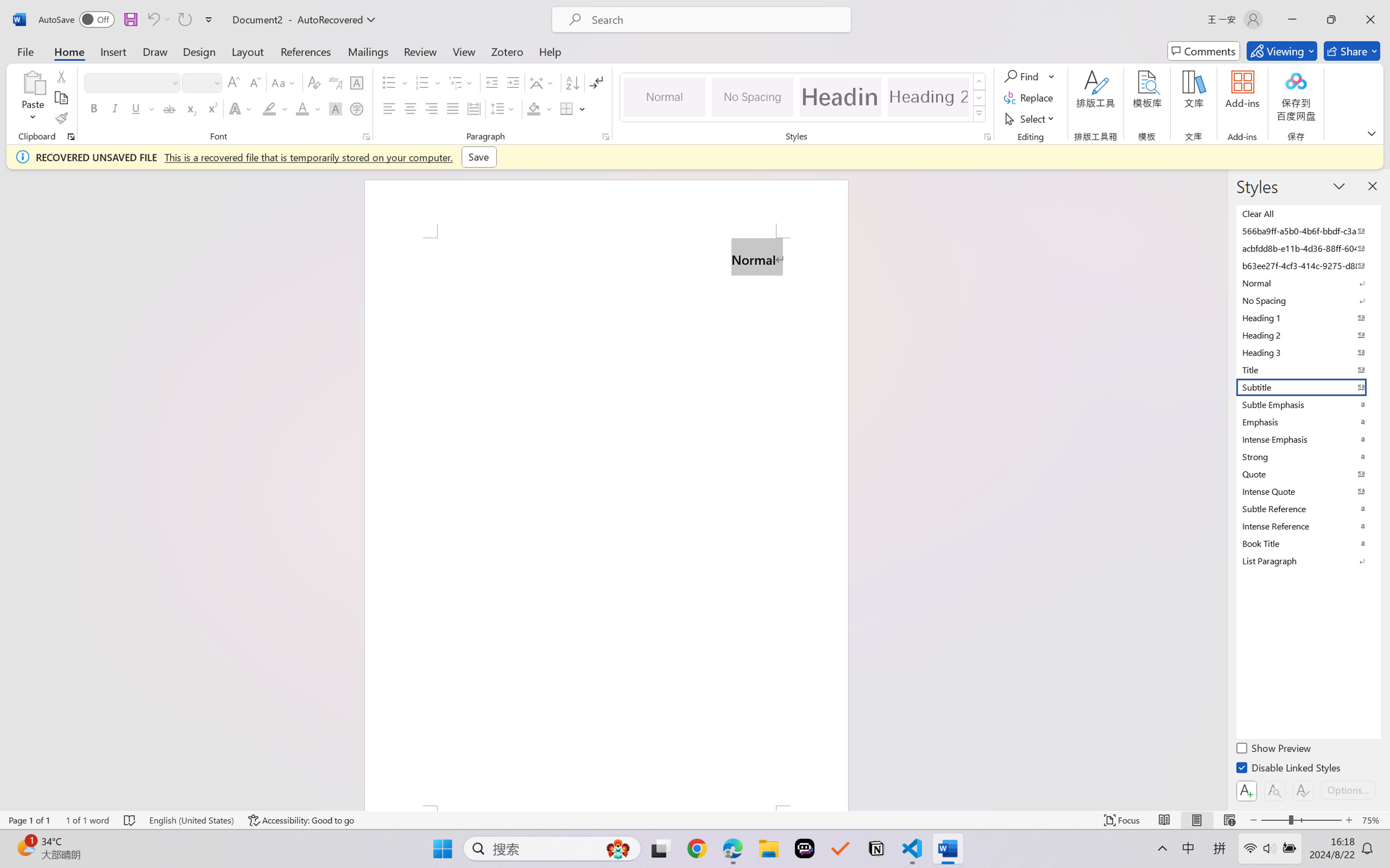  I want to click on 'Subtle Reference', so click(1307, 508).